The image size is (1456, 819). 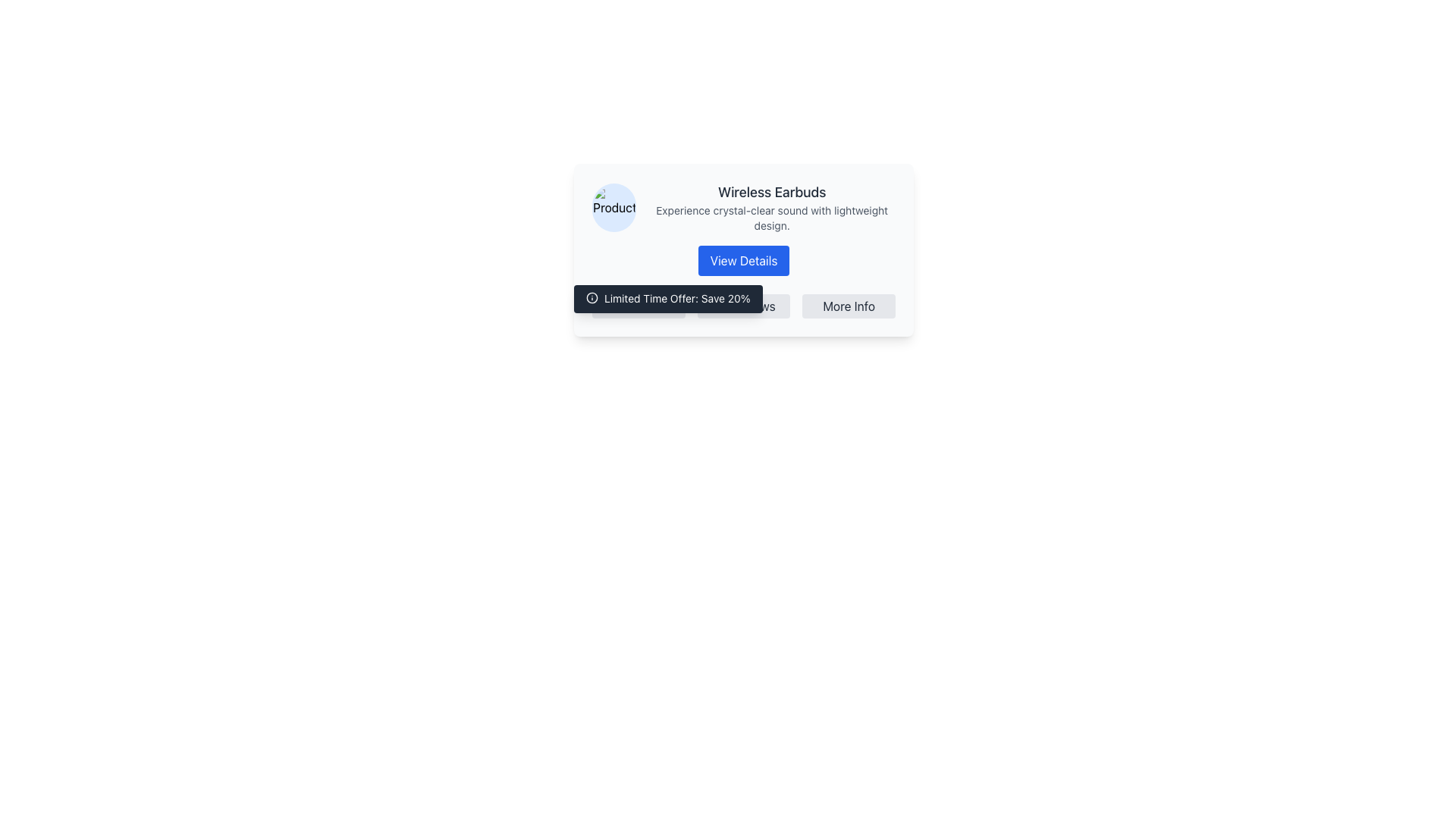 What do you see at coordinates (743, 259) in the screenshot?
I see `the navigation button for the product 'Wireless Earbuds' to observe the hover effects` at bounding box center [743, 259].